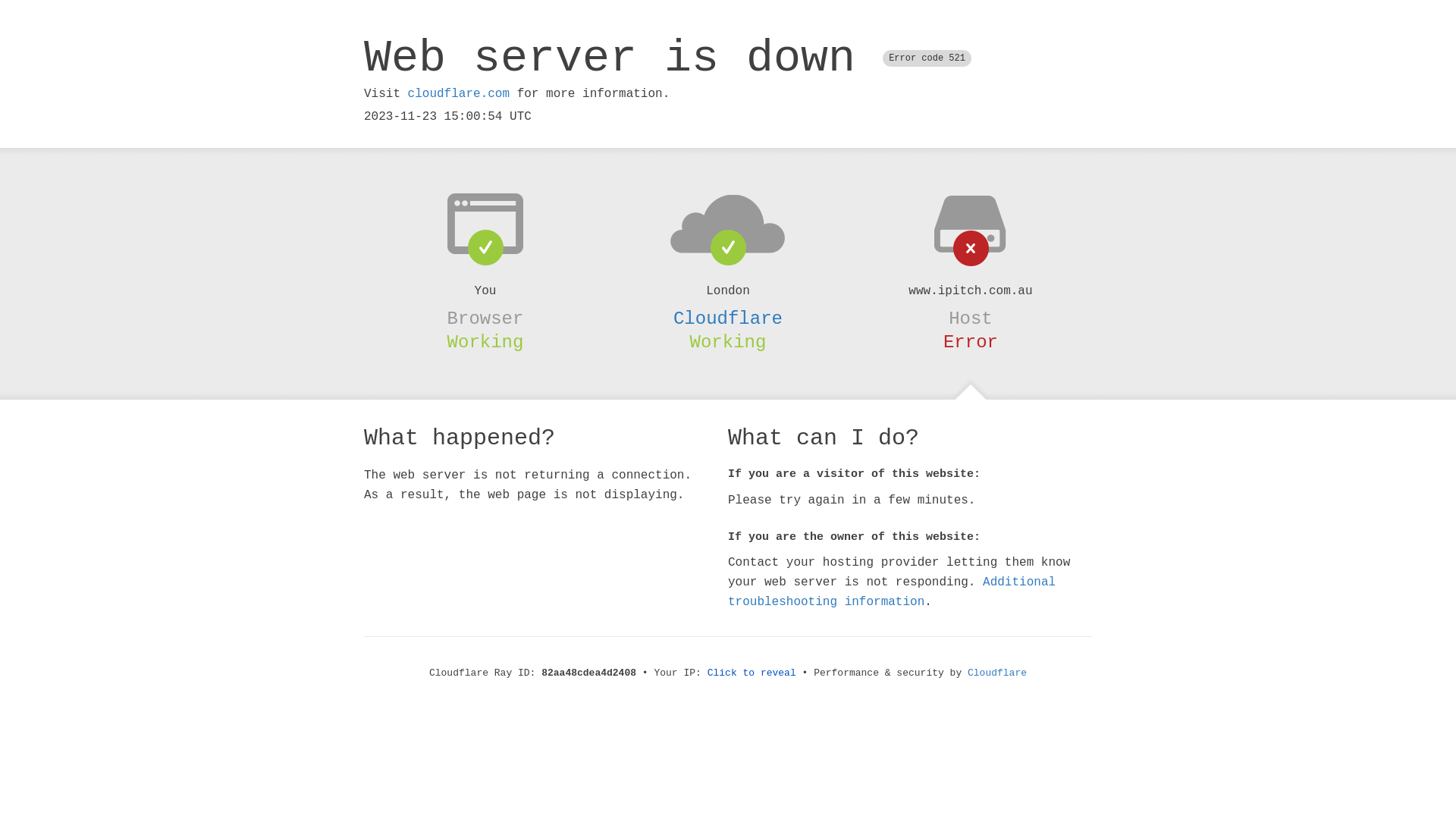 The height and width of the screenshot is (819, 1456). What do you see at coordinates (752, 672) in the screenshot?
I see `'Click to reveal'` at bounding box center [752, 672].